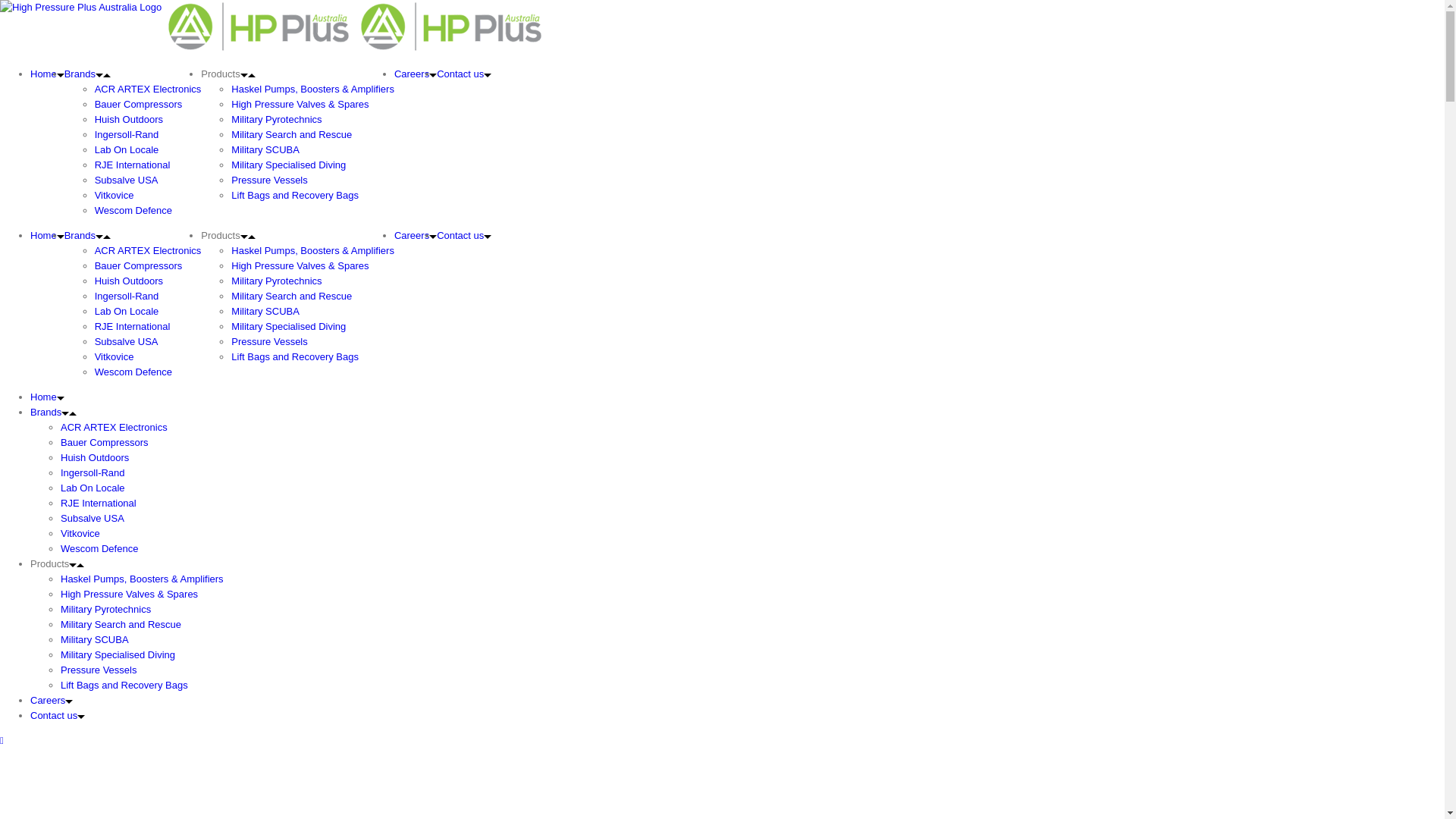  What do you see at coordinates (128, 118) in the screenshot?
I see `'Huish Outdoors'` at bounding box center [128, 118].